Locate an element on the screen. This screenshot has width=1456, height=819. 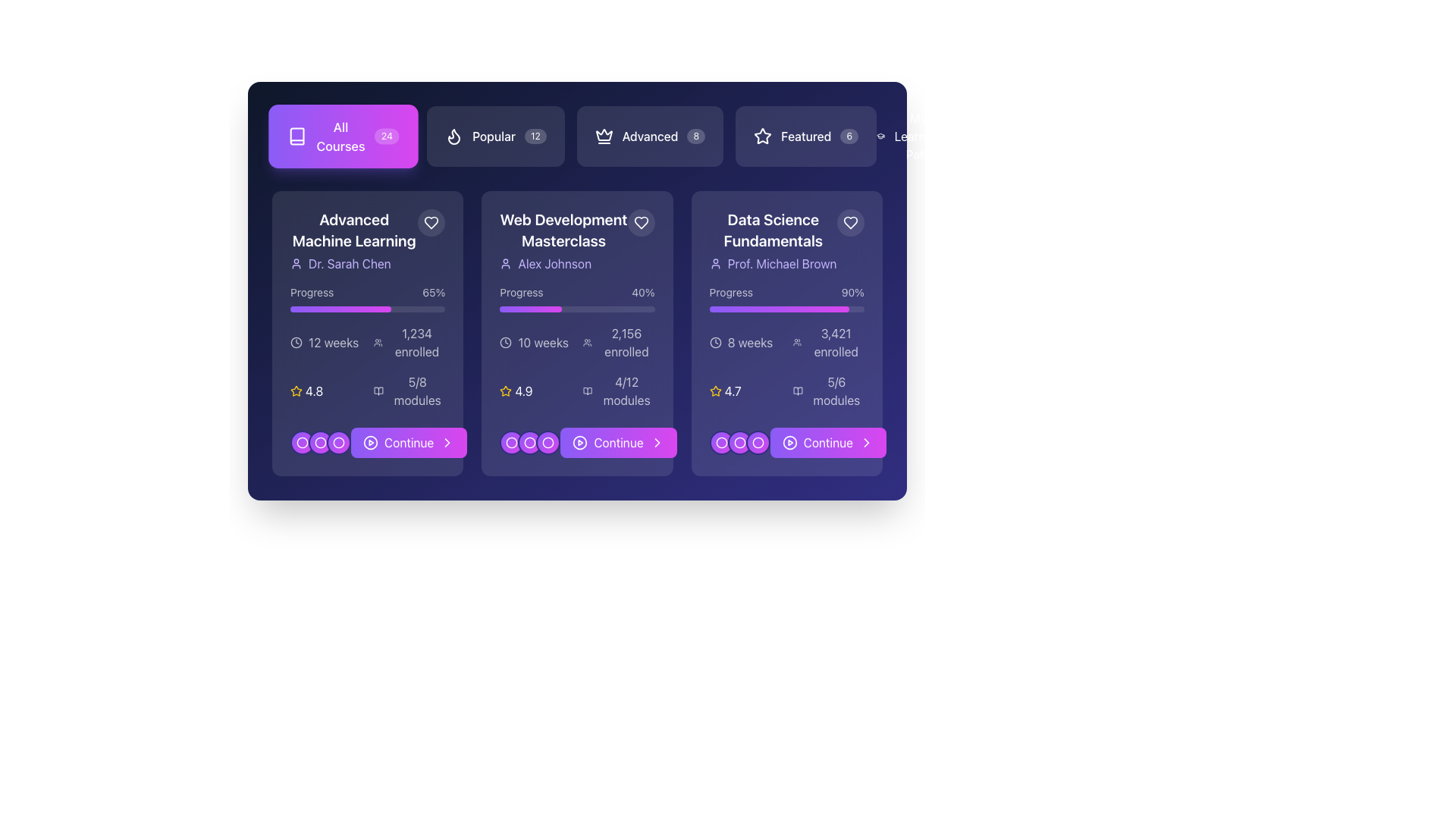
the progress visually on the horizontal progress bar located beneath the 'Progress' label and adjacent to the '65%' text in the Advanced Machine Learning course card is located at coordinates (368, 309).